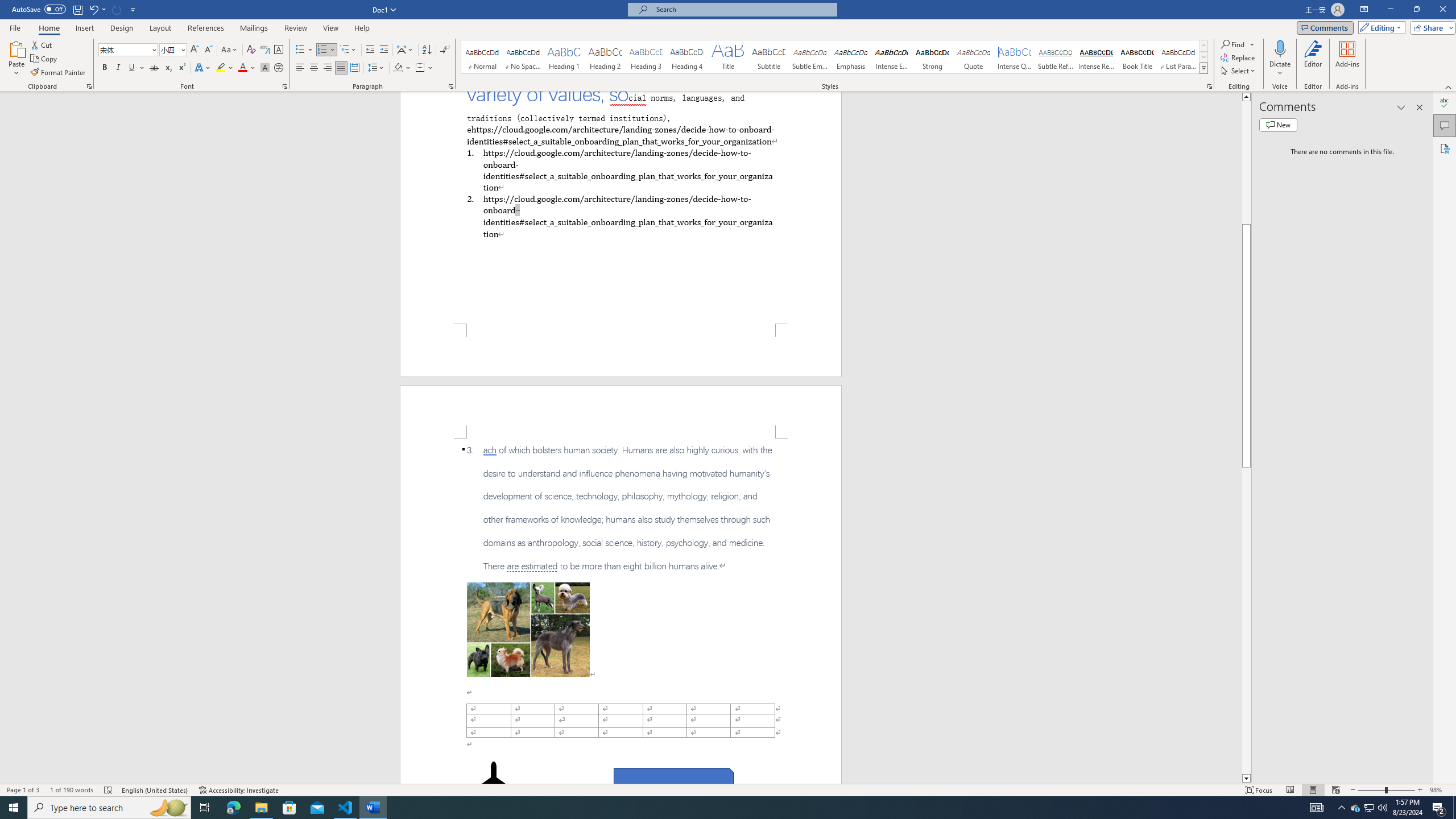  I want to click on 'Format Painter', so click(58, 72).